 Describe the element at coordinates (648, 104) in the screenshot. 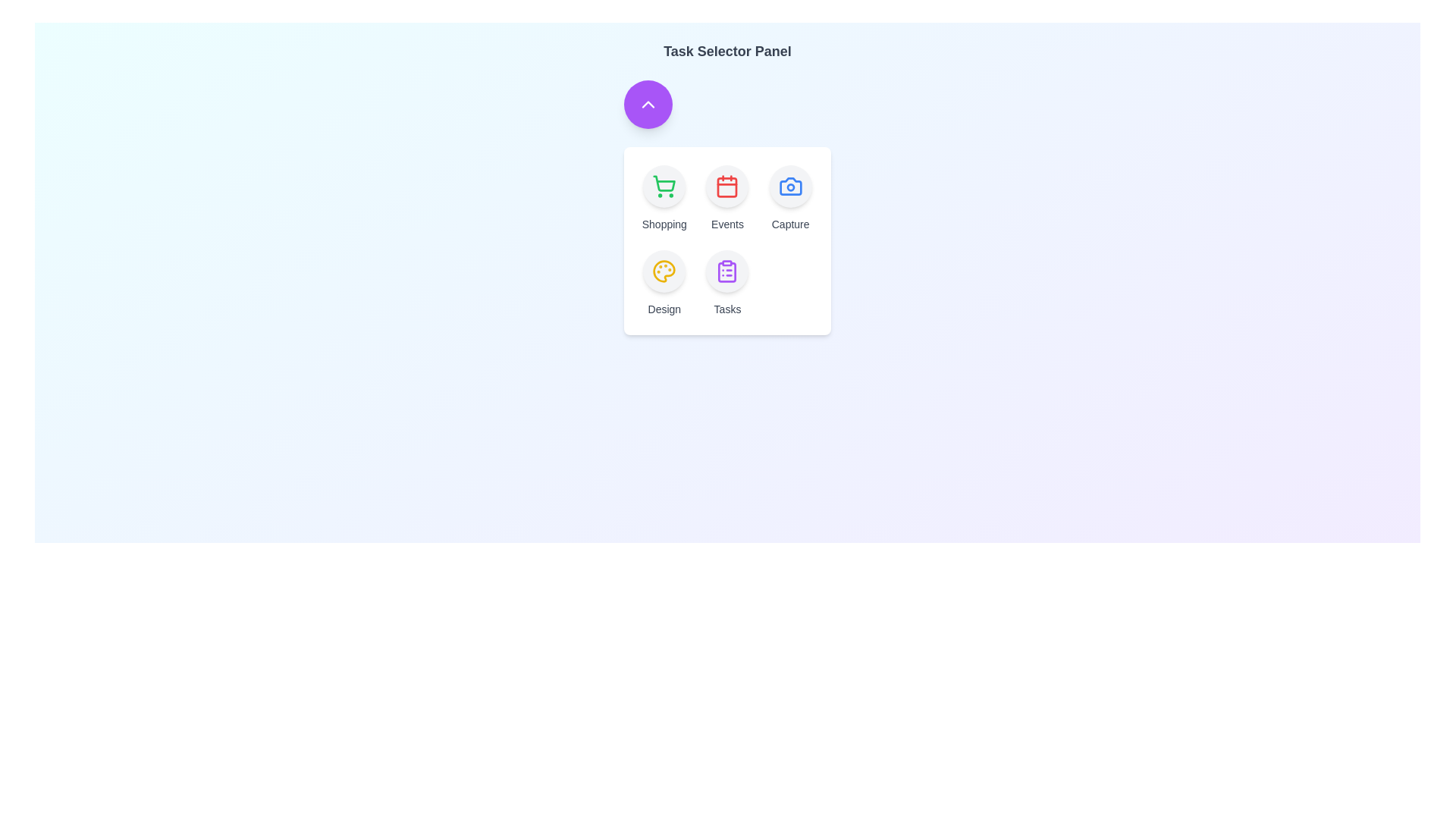

I see `the toggle button to toggle the menu open or closed` at that location.